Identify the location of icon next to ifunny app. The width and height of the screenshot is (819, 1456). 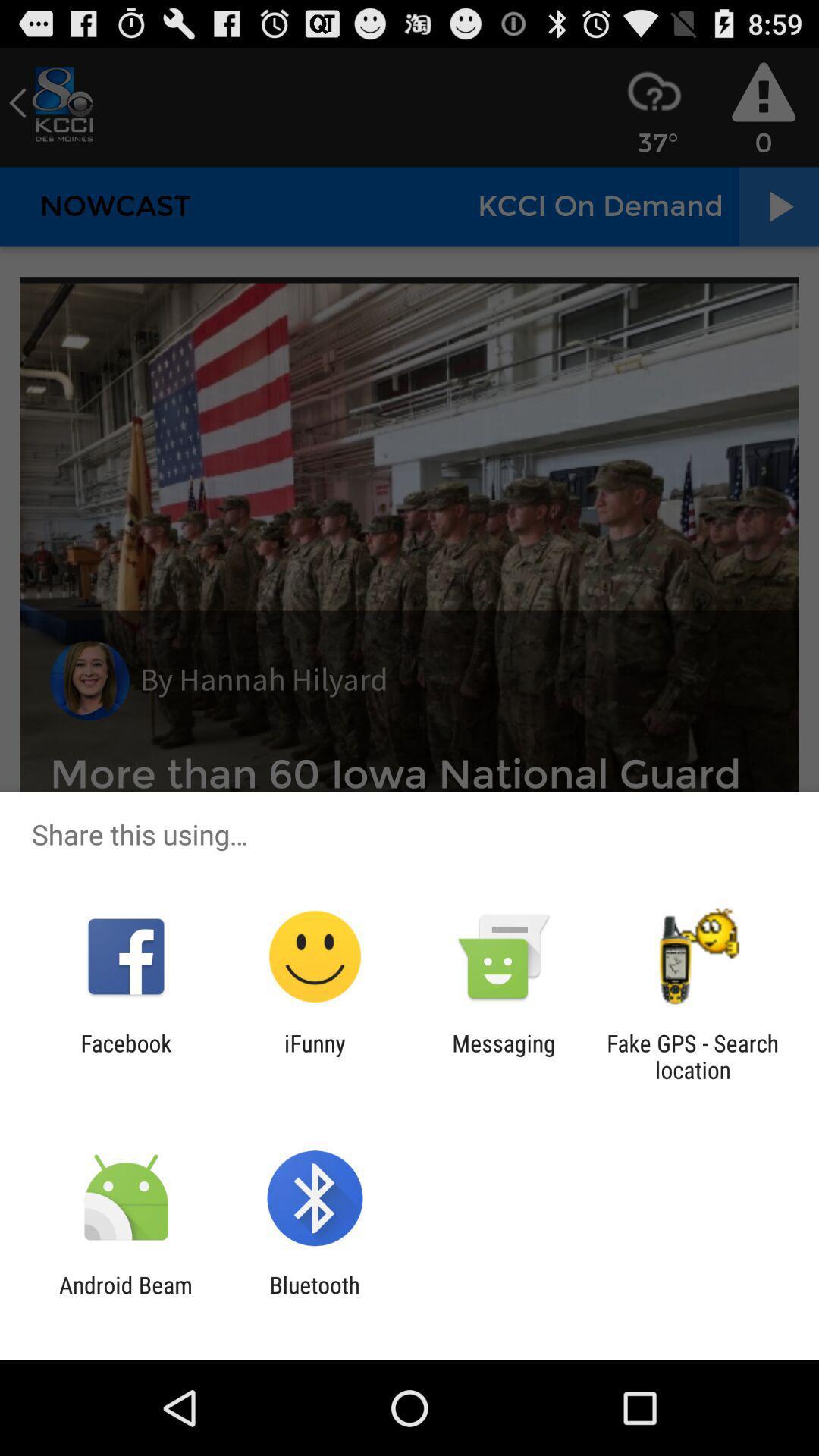
(125, 1056).